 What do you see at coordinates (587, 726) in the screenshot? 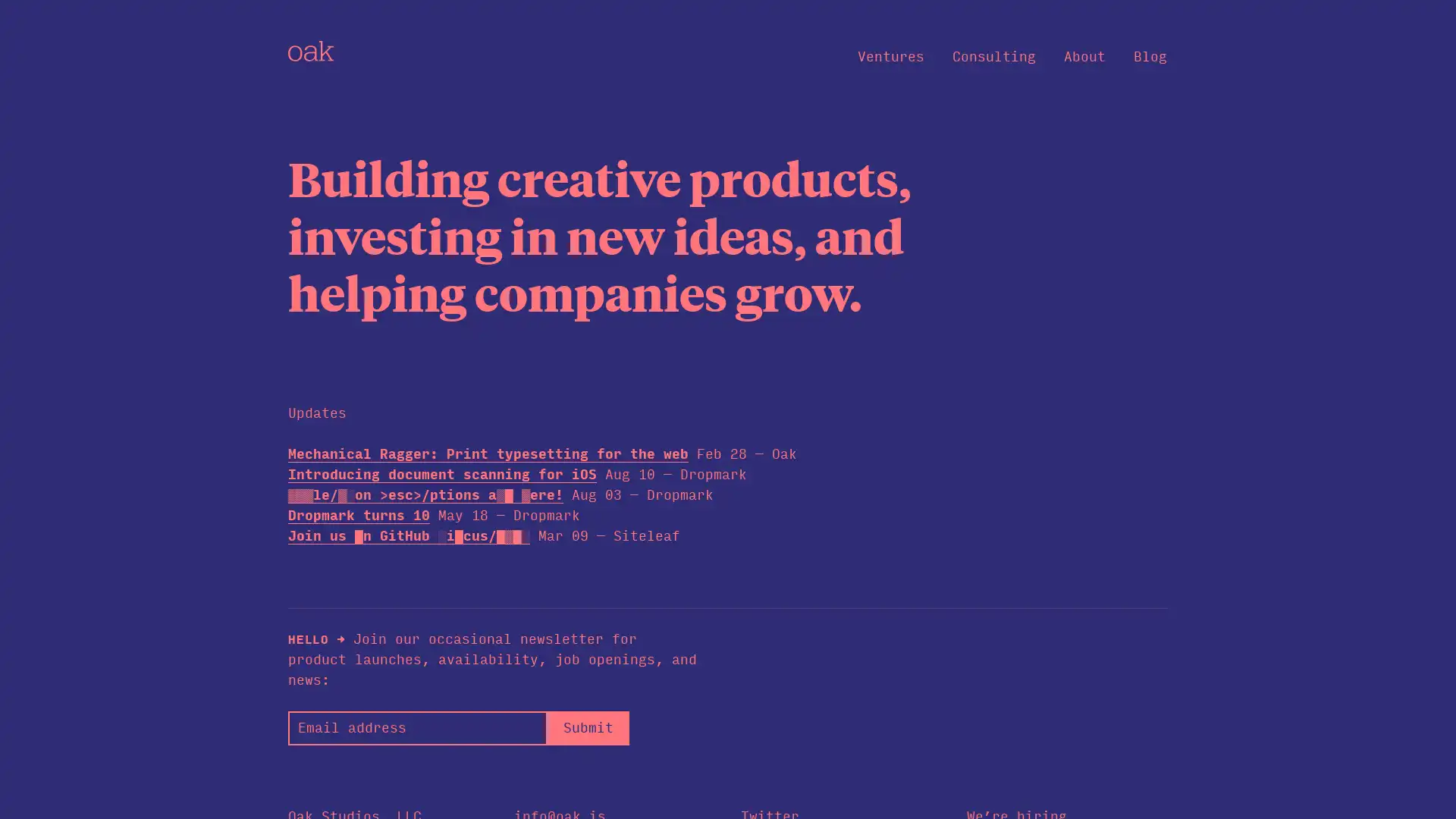
I see `Submit` at bounding box center [587, 726].